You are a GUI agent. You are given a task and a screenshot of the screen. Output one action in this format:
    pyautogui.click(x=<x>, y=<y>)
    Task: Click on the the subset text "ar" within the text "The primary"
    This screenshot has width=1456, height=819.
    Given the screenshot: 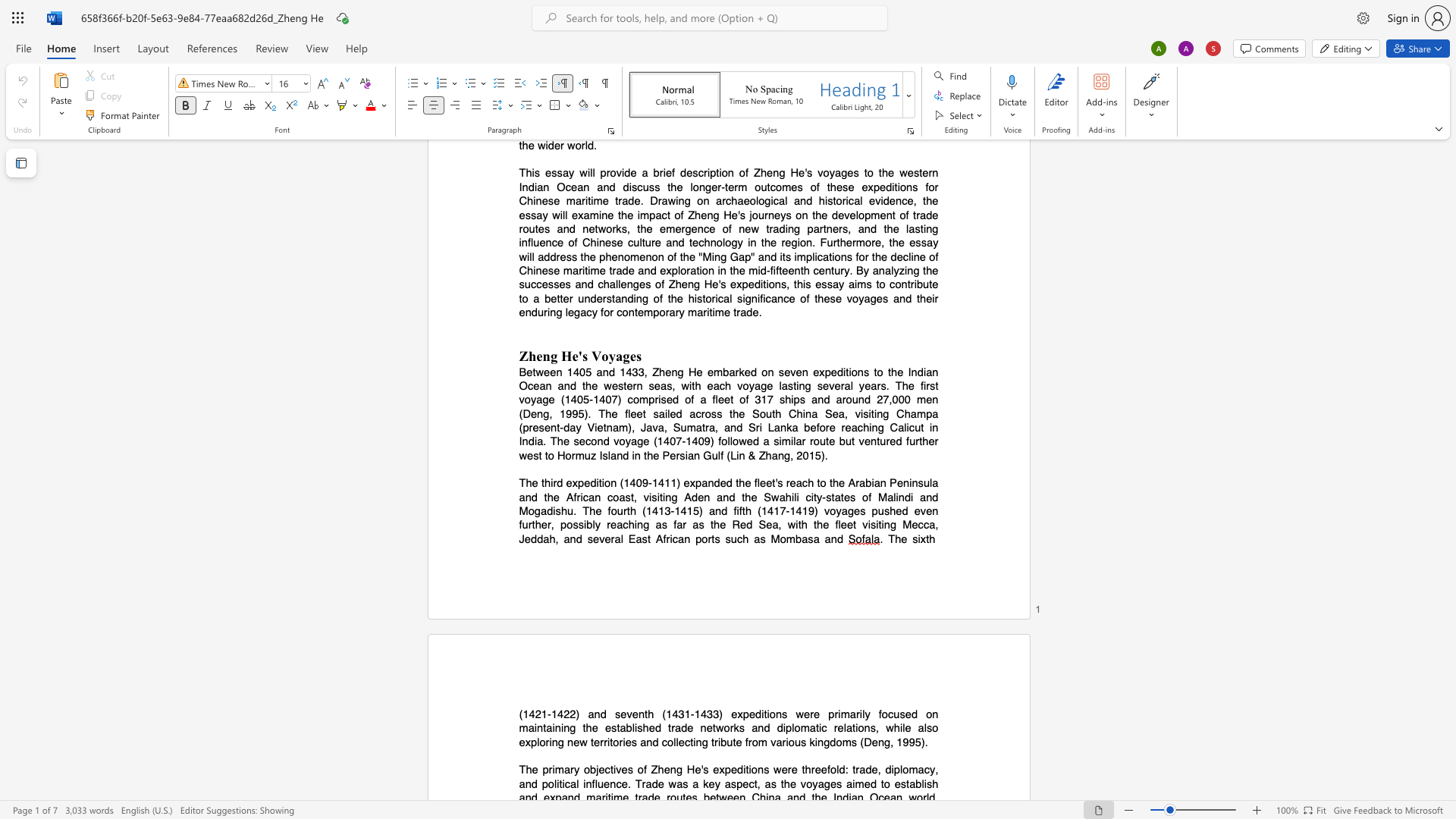 What is the action you would take?
    pyautogui.click(x=563, y=770)
    